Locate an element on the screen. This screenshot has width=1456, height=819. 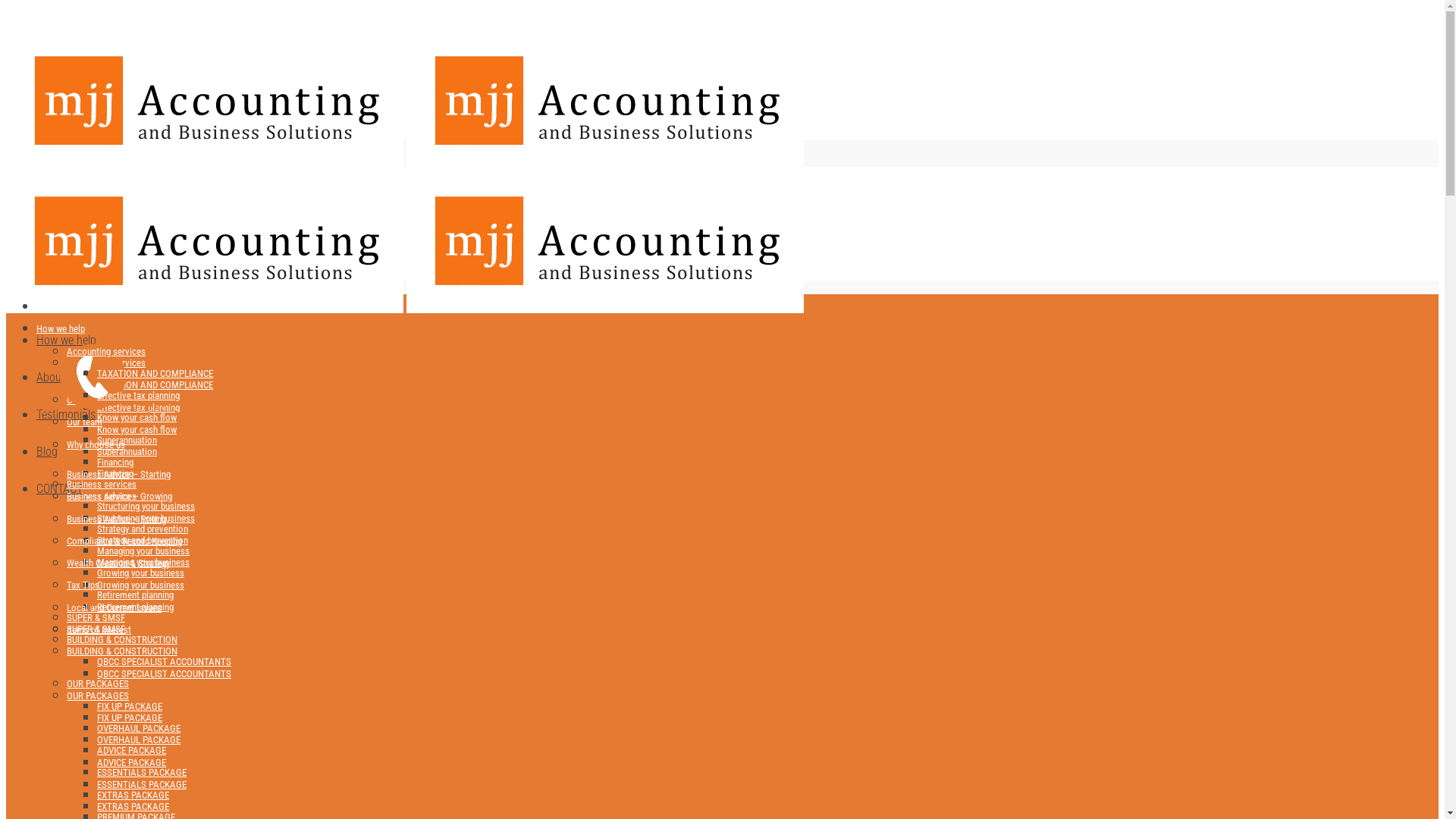
'HOME' is located at coordinates (36, 303).